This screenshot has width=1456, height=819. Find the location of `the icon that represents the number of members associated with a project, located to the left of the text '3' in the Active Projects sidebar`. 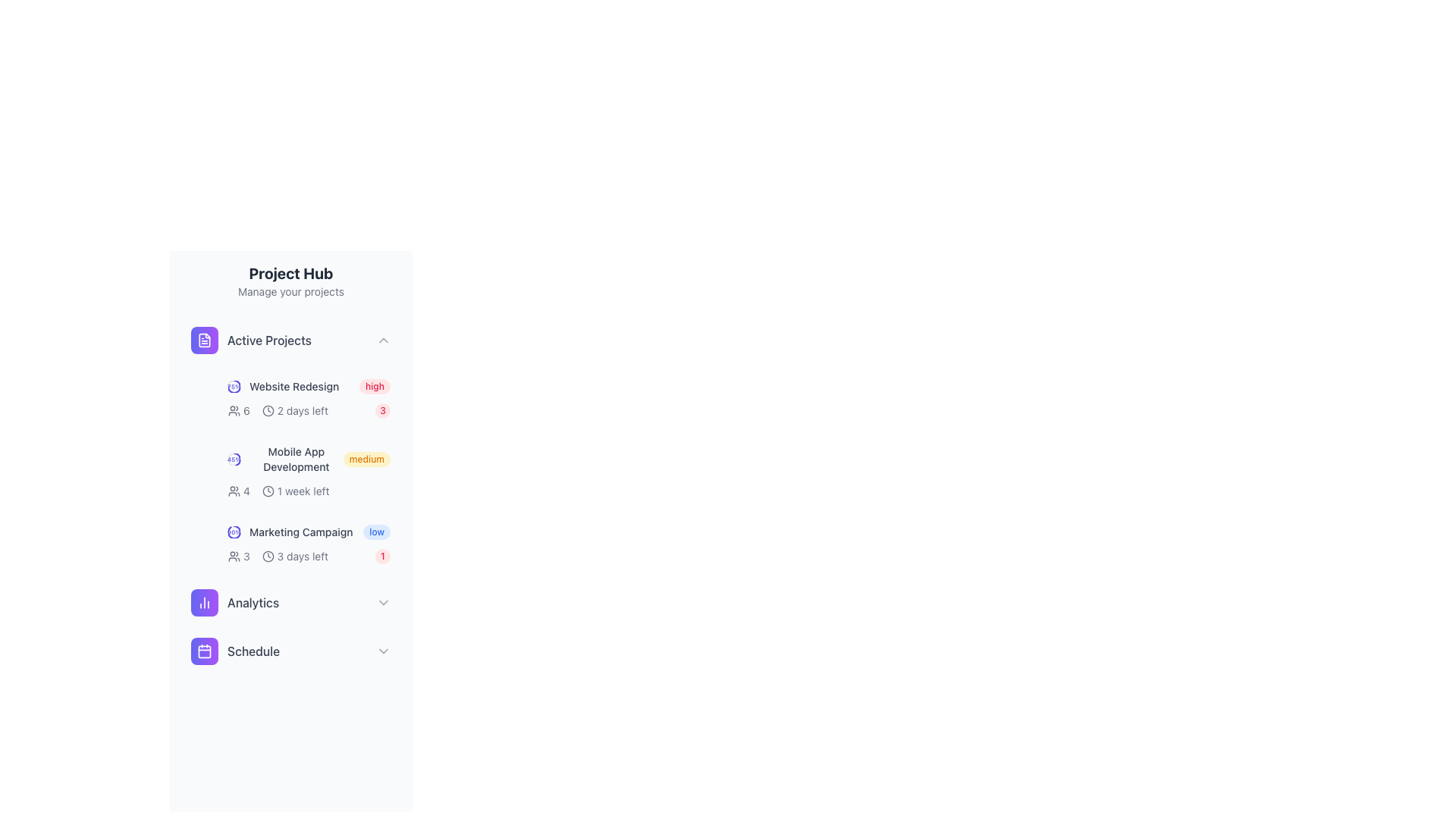

the icon that represents the number of members associated with a project, located to the left of the text '3' in the Active Projects sidebar is located at coordinates (233, 556).